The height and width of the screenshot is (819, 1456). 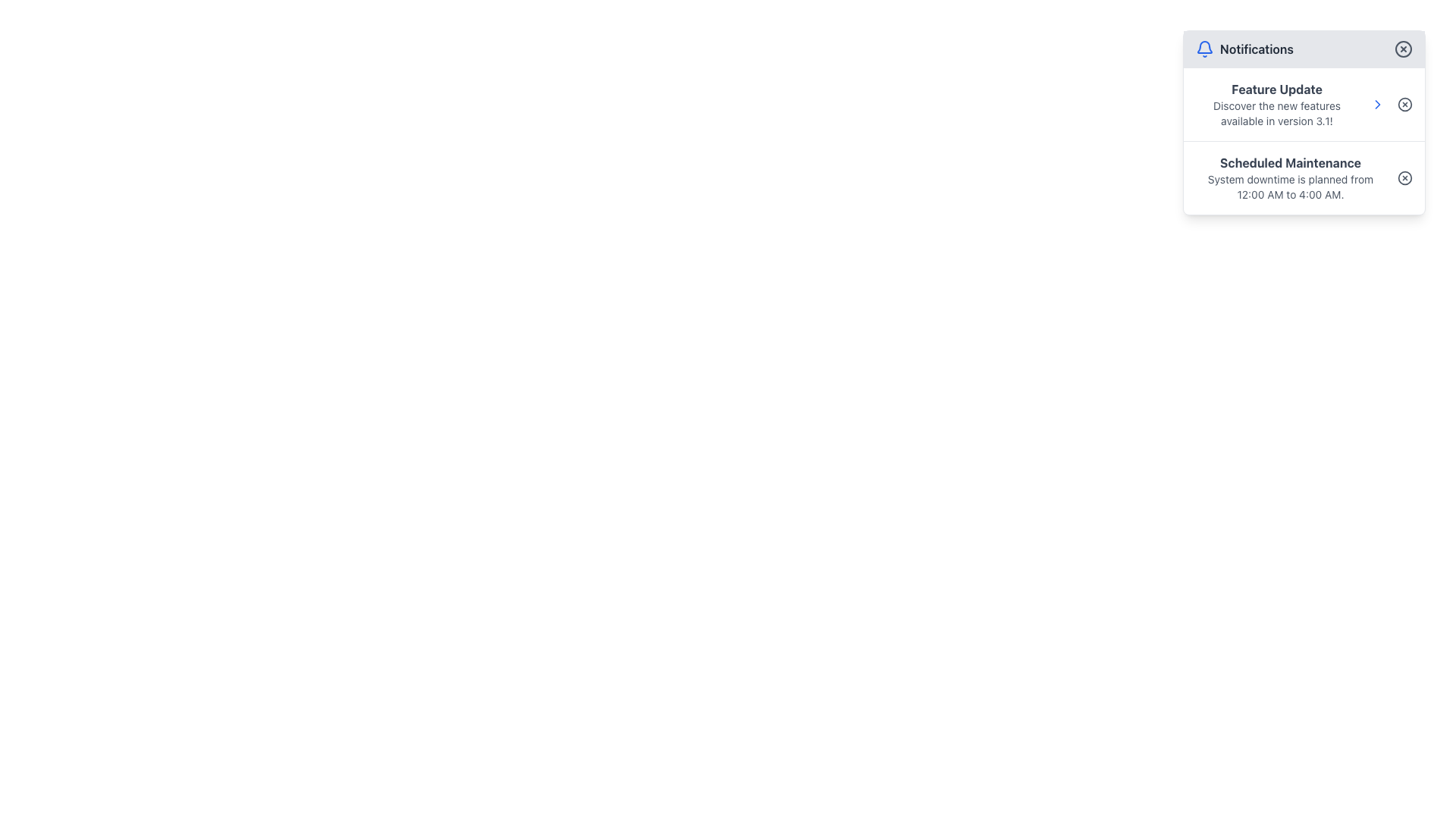 I want to click on the 'Notifications' label with a blue bell icon, which is located at the top-left corner of the notification panel, so click(x=1244, y=49).